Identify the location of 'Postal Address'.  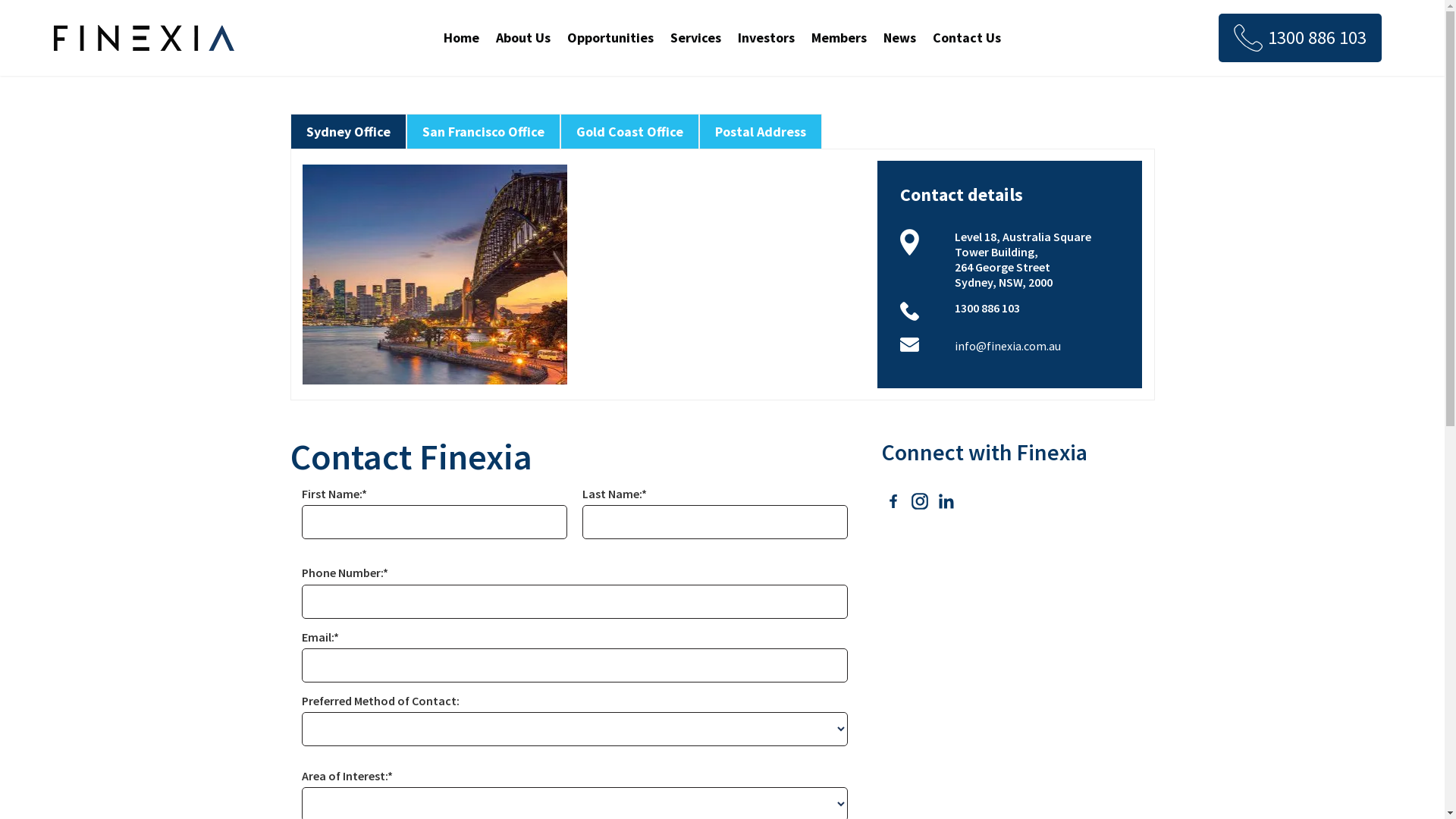
(760, 130).